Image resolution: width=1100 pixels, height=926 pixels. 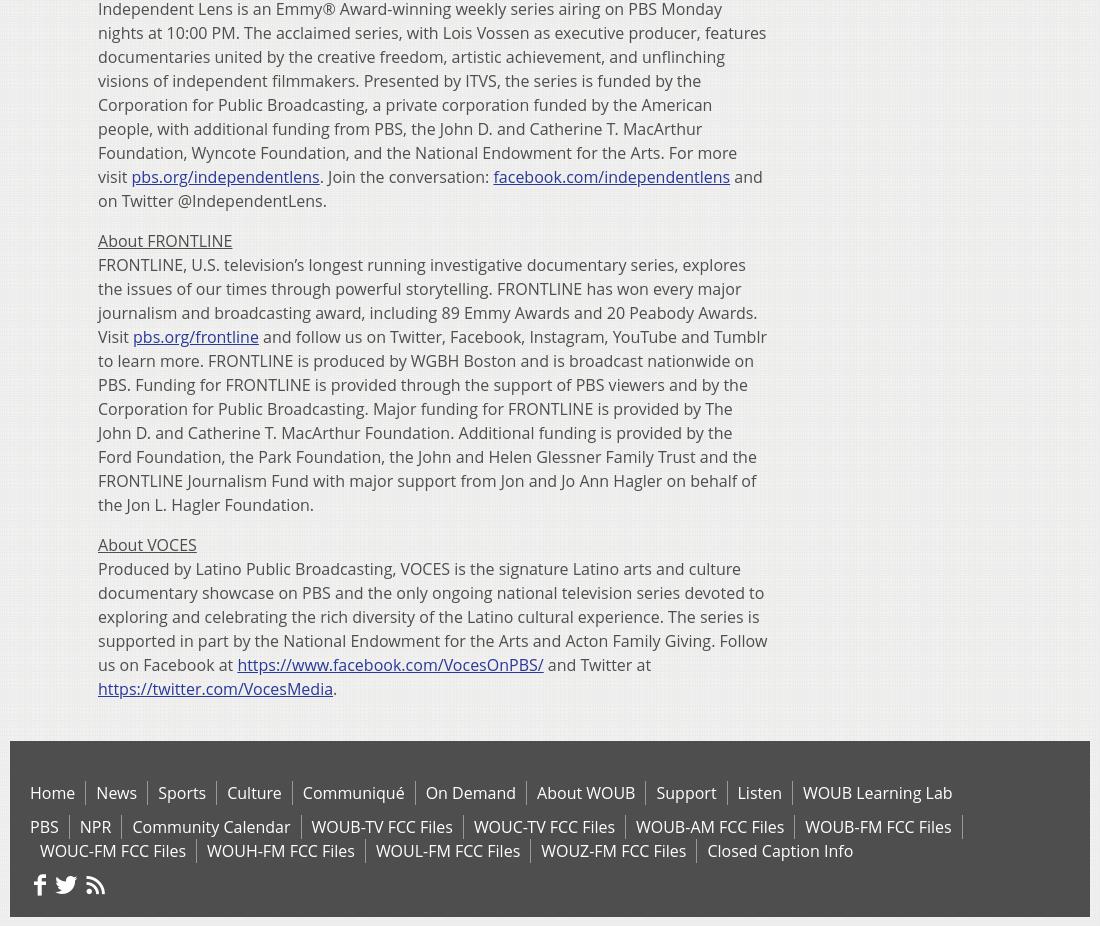 I want to click on 'WOUH-FM FCC Files', so click(x=279, y=849).